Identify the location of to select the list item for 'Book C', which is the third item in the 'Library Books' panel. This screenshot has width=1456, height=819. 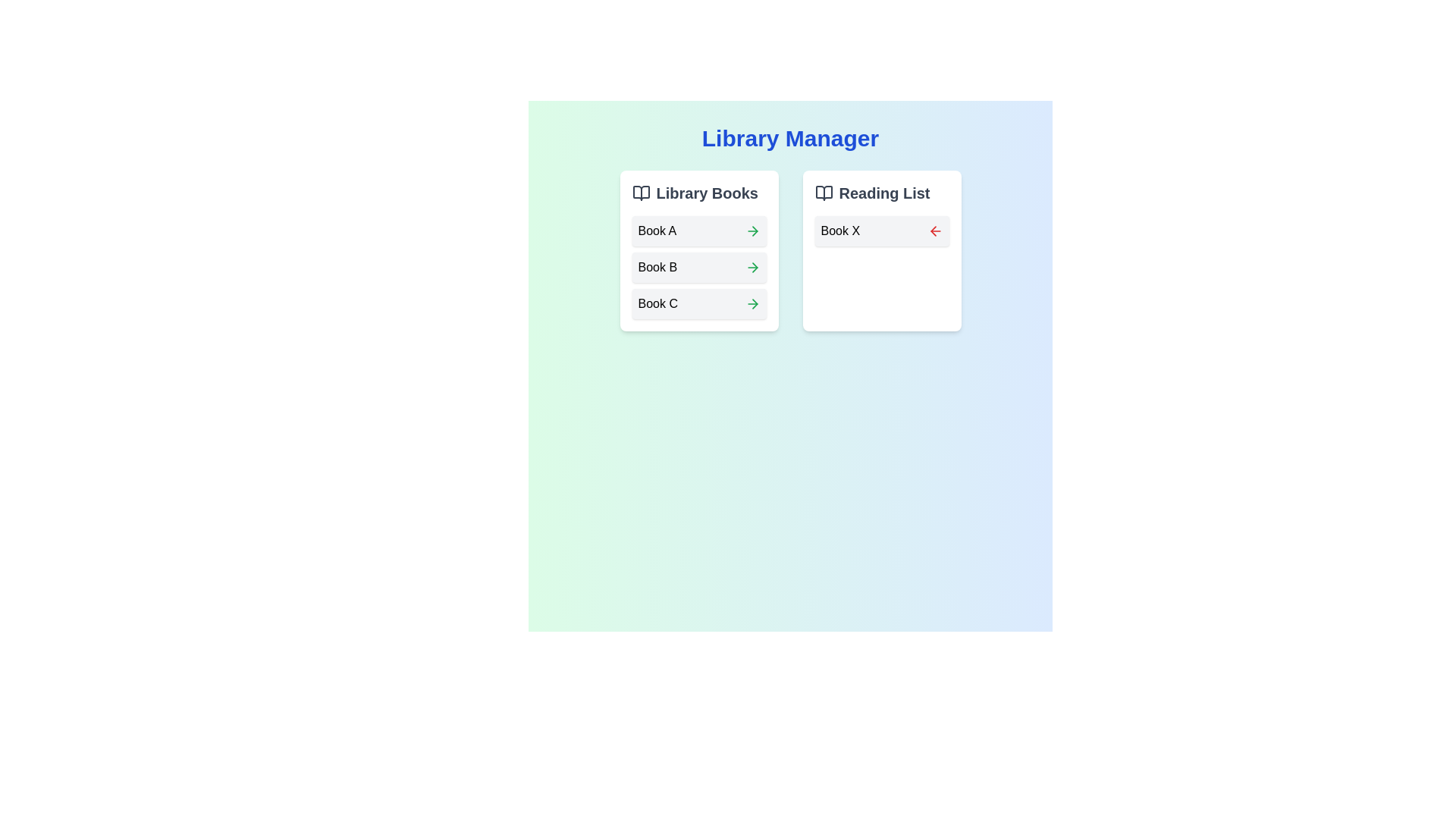
(698, 304).